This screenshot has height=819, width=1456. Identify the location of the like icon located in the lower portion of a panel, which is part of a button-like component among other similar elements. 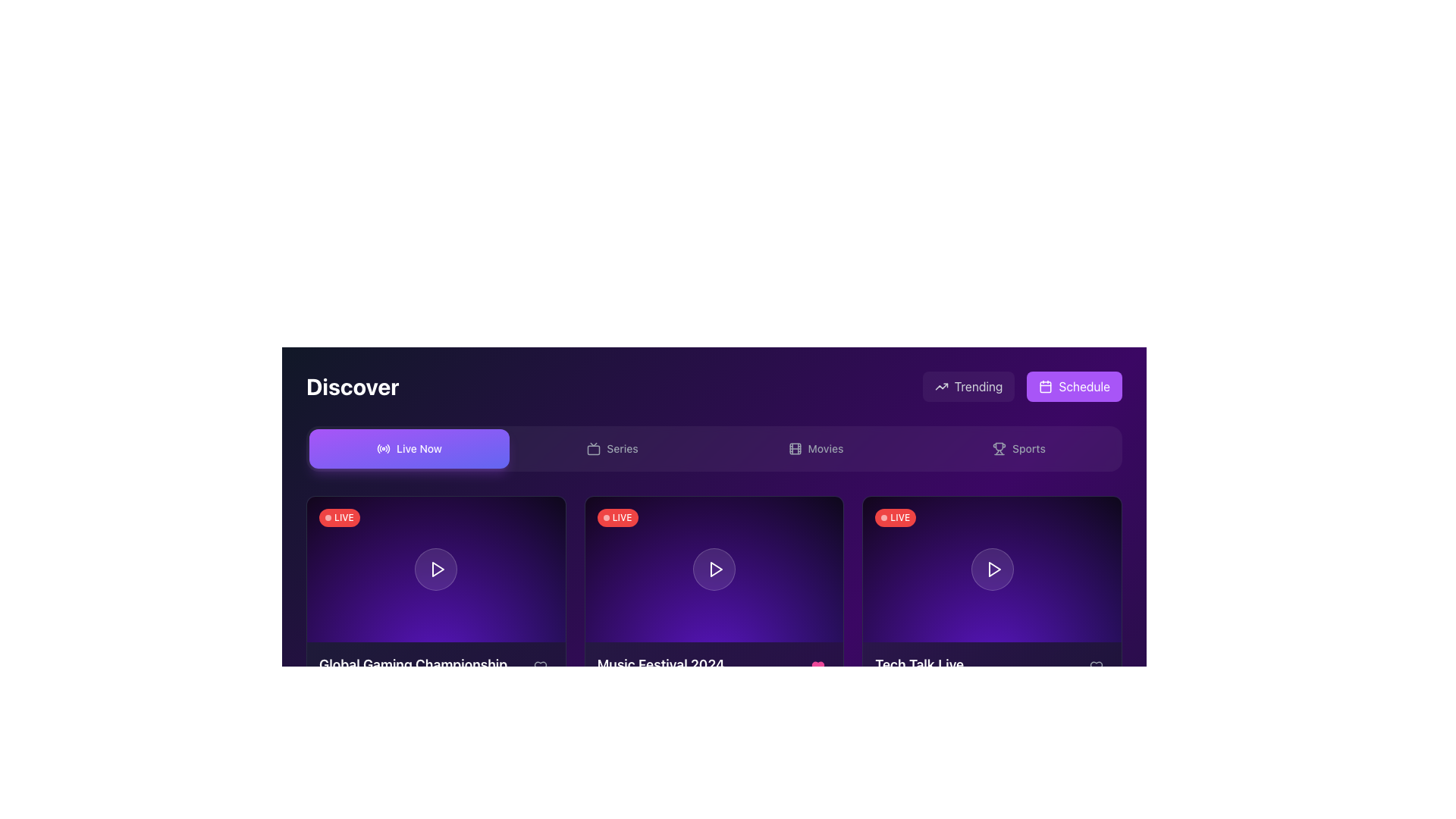
(817, 666).